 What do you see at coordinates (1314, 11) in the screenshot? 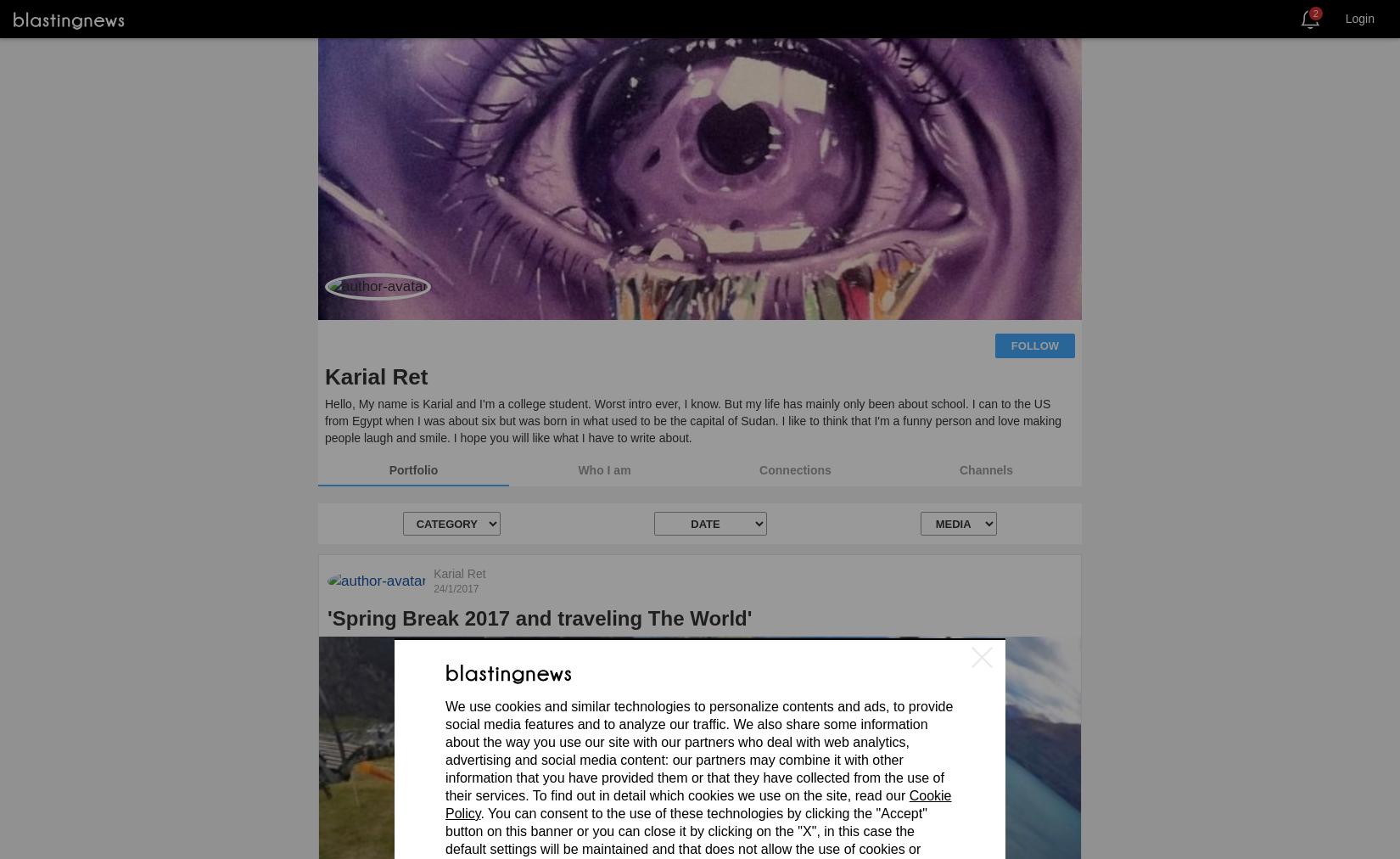
I see `'2'` at bounding box center [1314, 11].